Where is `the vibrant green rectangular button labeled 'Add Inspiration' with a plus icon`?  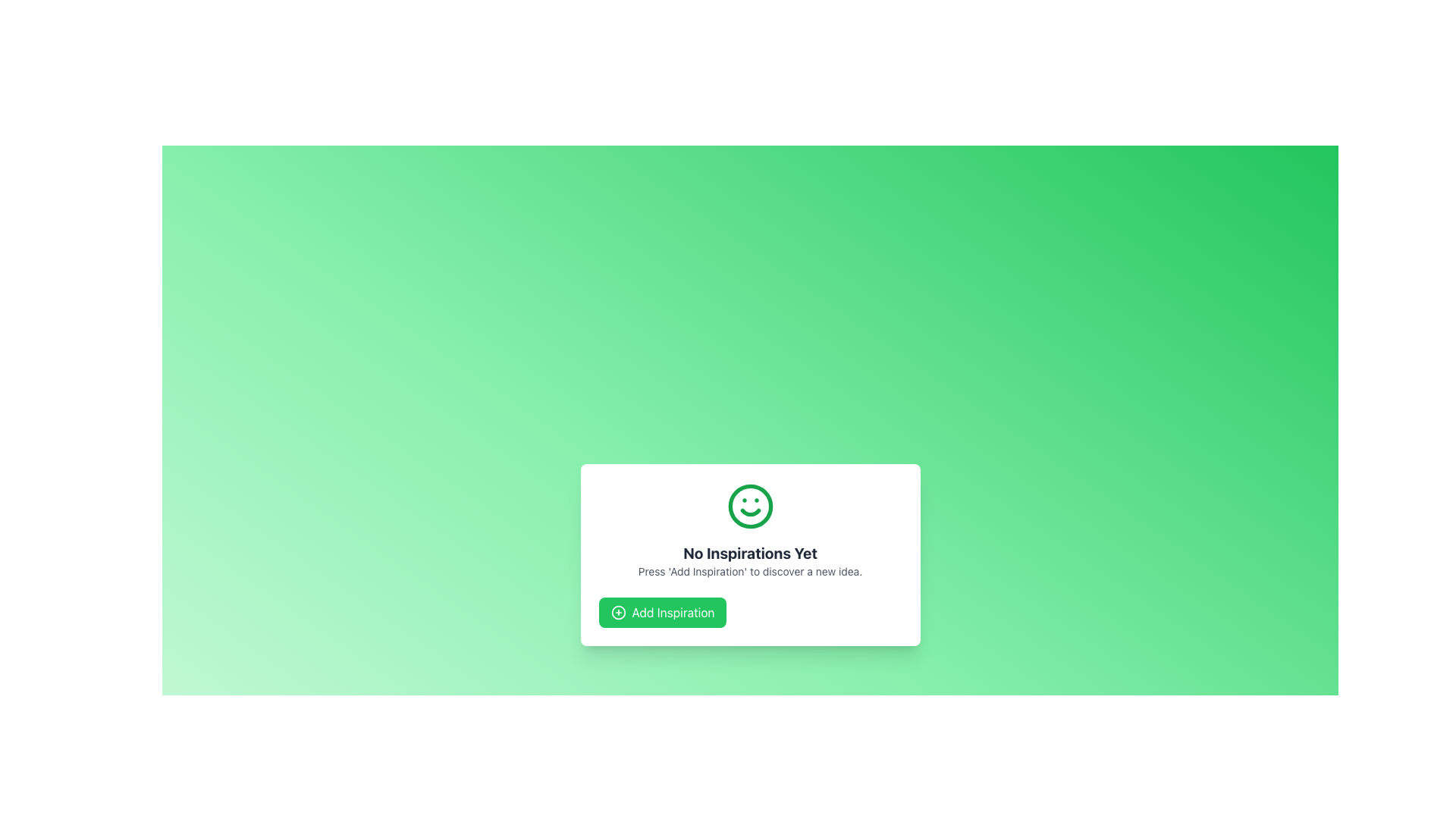
the vibrant green rectangular button labeled 'Add Inspiration' with a plus icon is located at coordinates (662, 611).